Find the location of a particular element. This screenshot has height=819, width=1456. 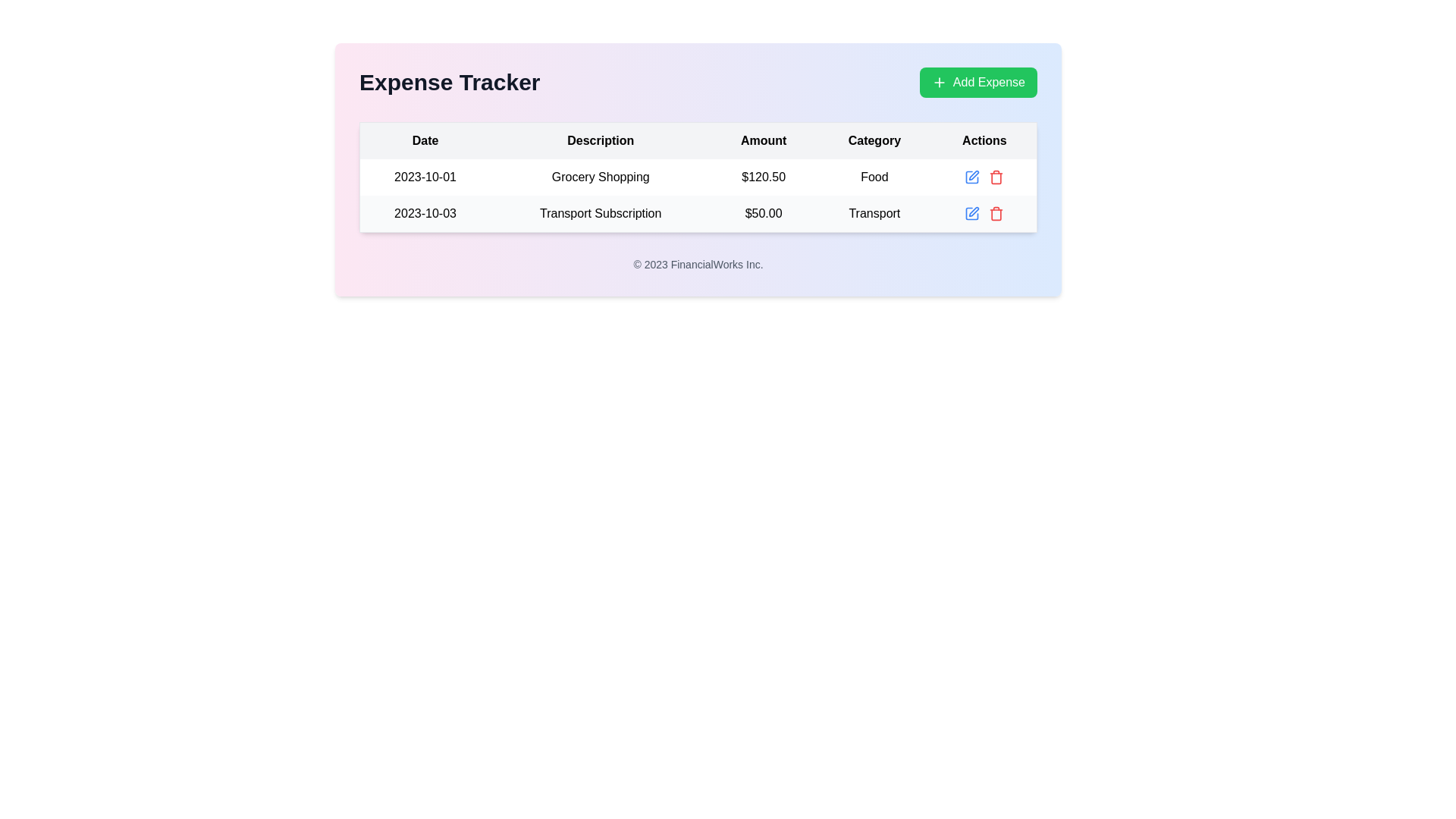

the text label displaying the monetary amount for 'Transport Subscription' in the second row of the table is located at coordinates (764, 214).